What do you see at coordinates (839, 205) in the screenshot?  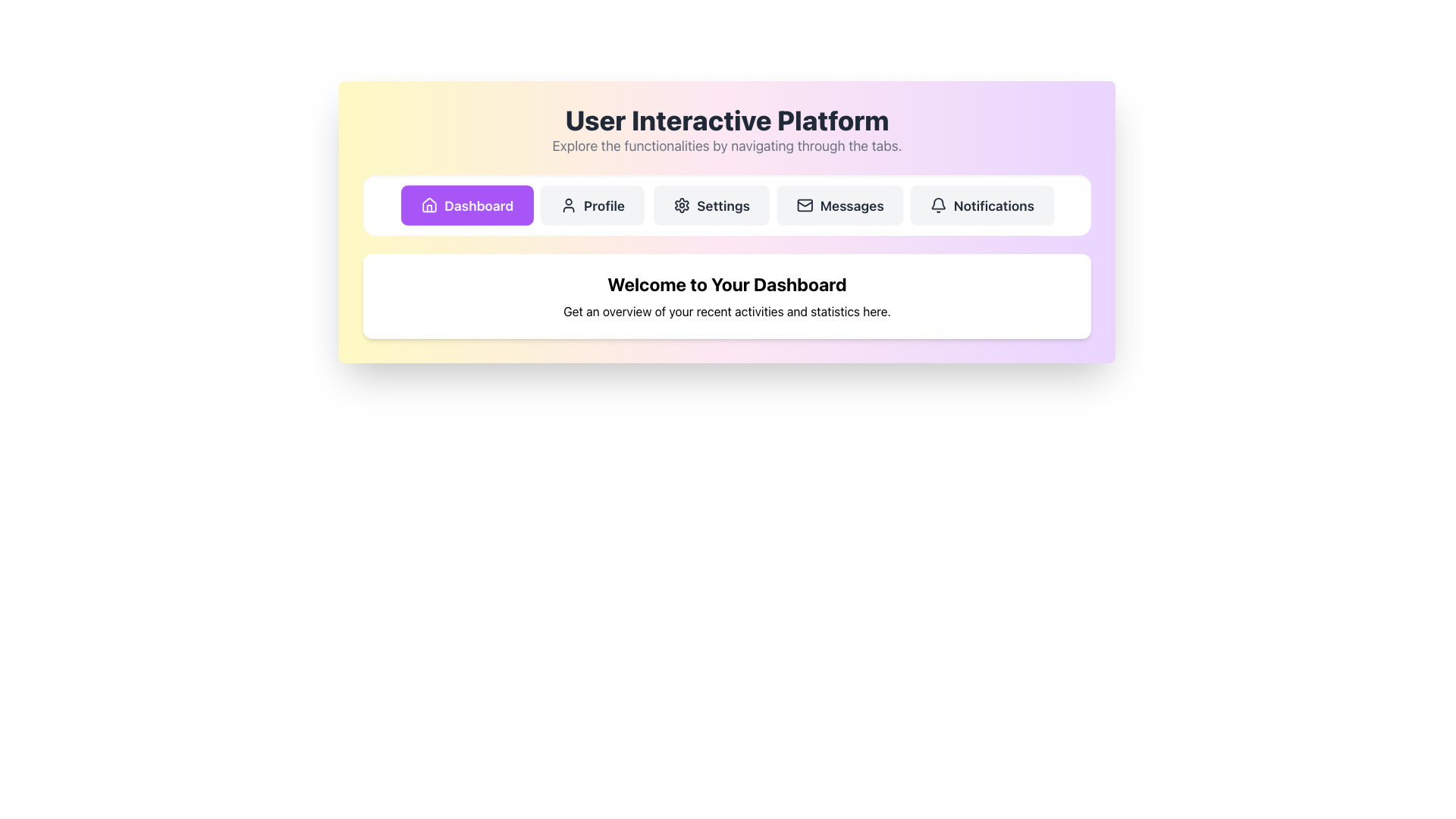 I see `the 'Messages' button, which is a rounded button with a mail icon and bold text, to observe its interactive visual changes` at bounding box center [839, 205].